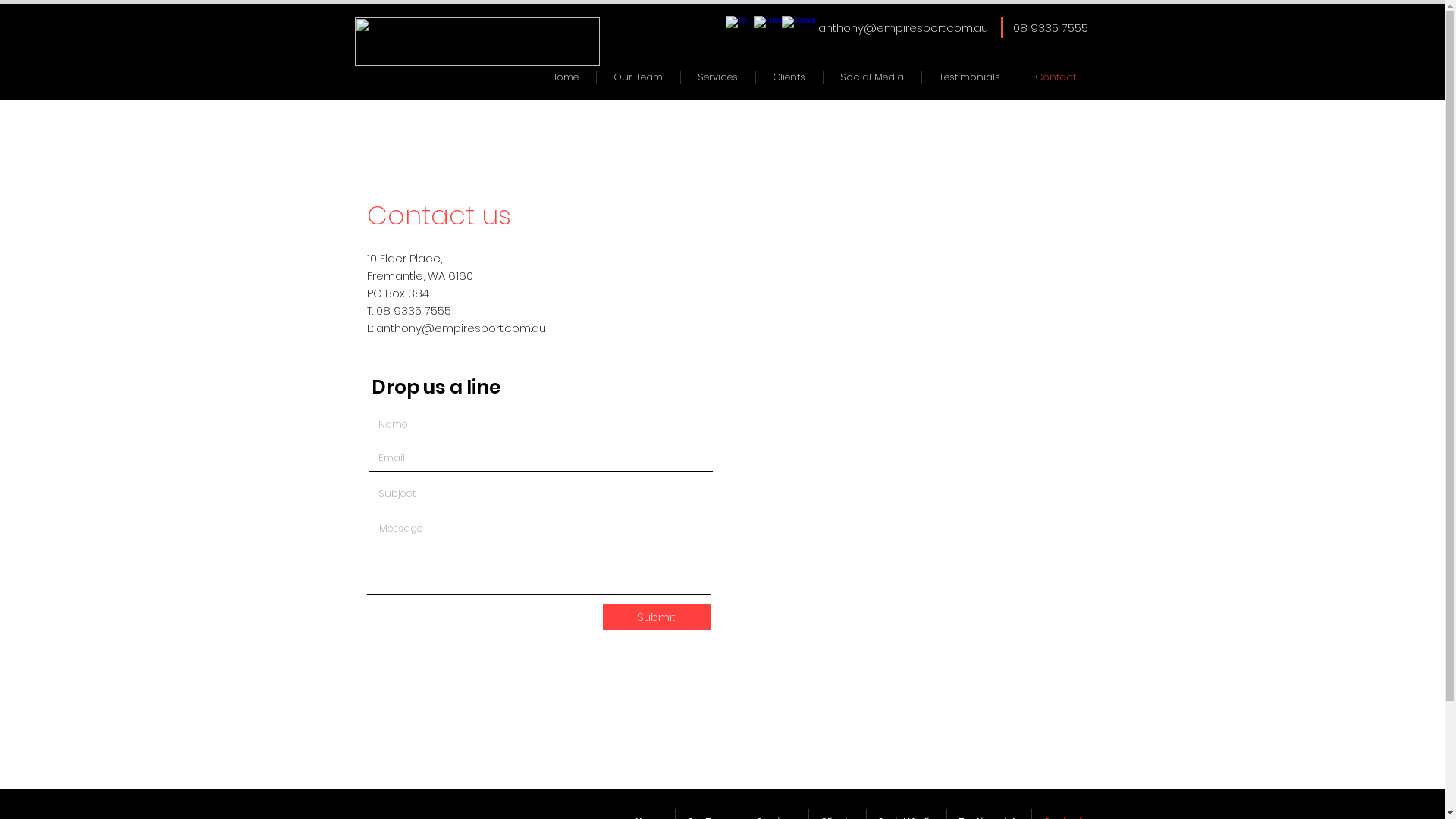  What do you see at coordinates (872, 77) in the screenshot?
I see `'Social Media'` at bounding box center [872, 77].